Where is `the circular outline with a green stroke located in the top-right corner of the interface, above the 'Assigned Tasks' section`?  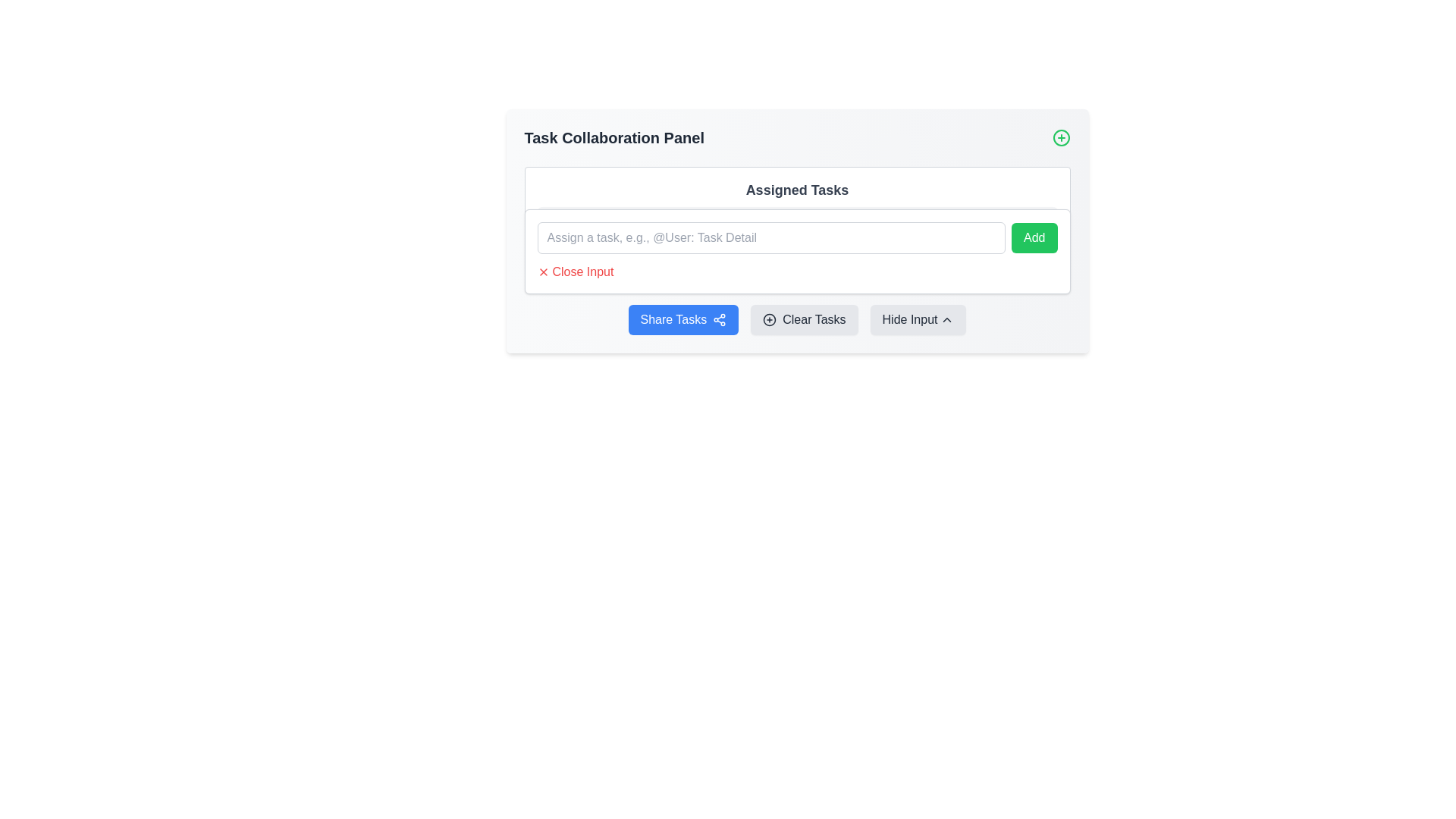
the circular outline with a green stroke located in the top-right corner of the interface, above the 'Assigned Tasks' section is located at coordinates (1060, 137).